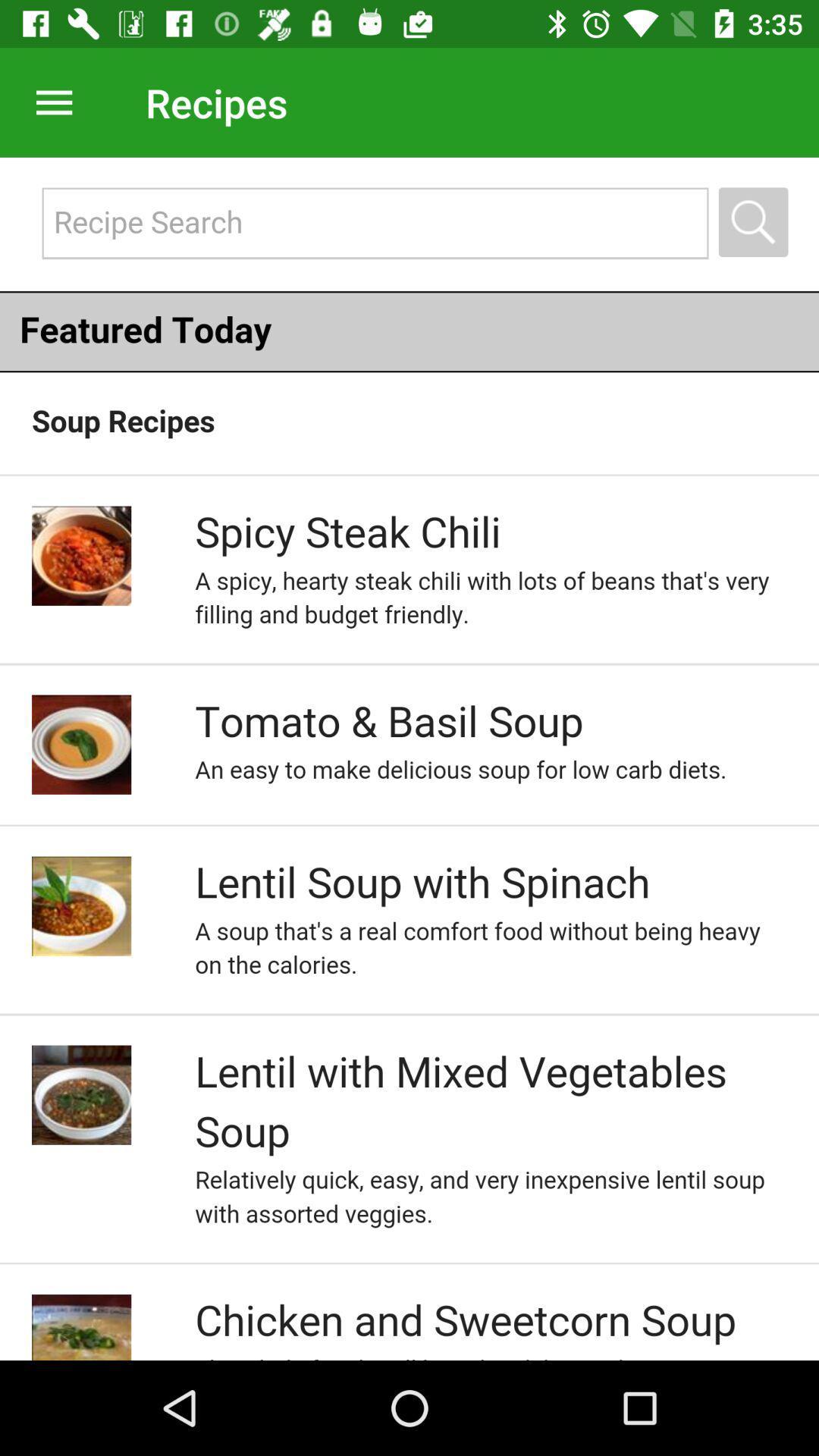  Describe the element at coordinates (48, 102) in the screenshot. I see `menu pega` at that location.